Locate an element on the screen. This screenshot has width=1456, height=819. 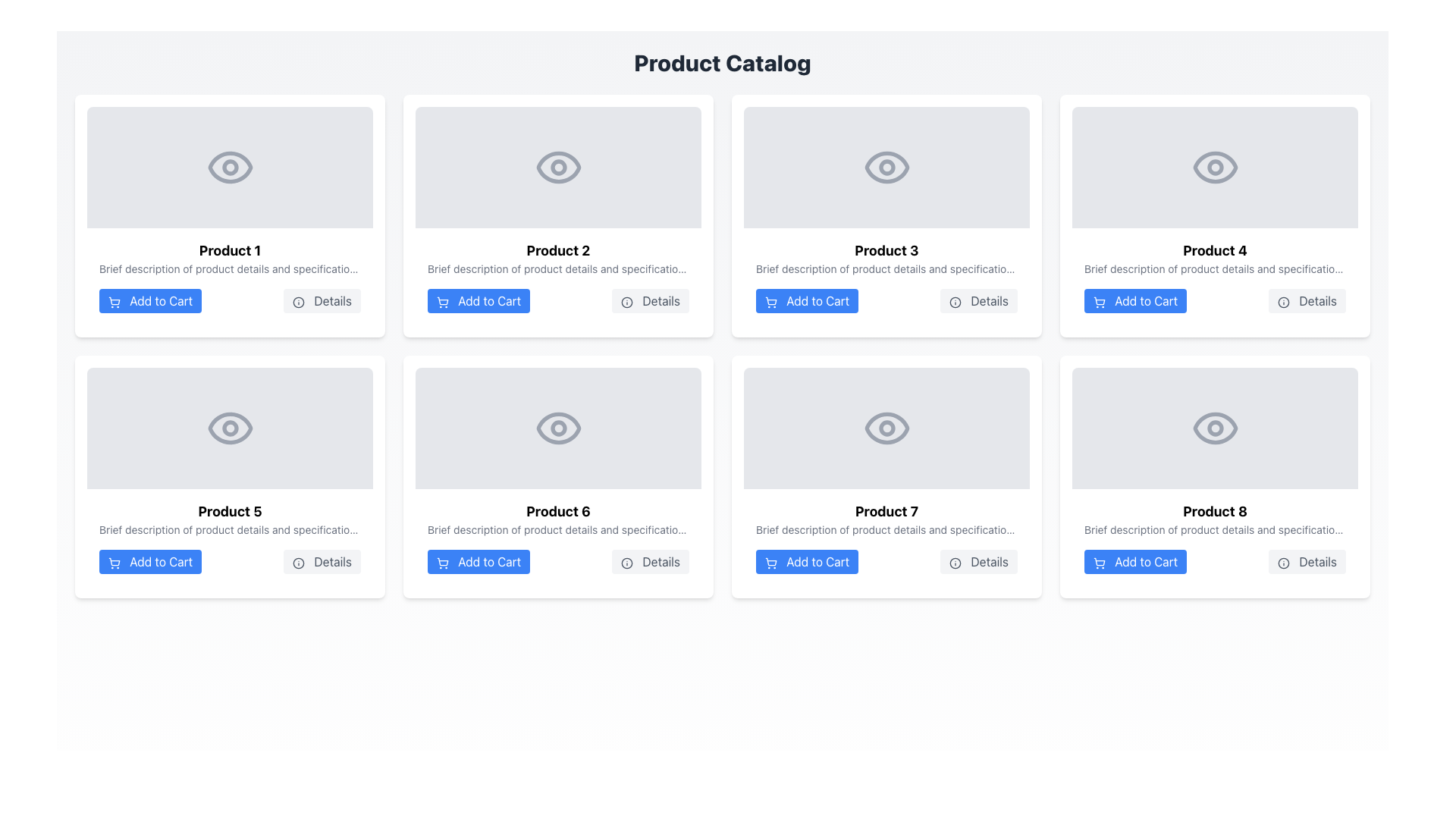
the 'Details' button located in the third product card titled 'Product 3', which contains an icon indicating more information about the product is located at coordinates (955, 302).